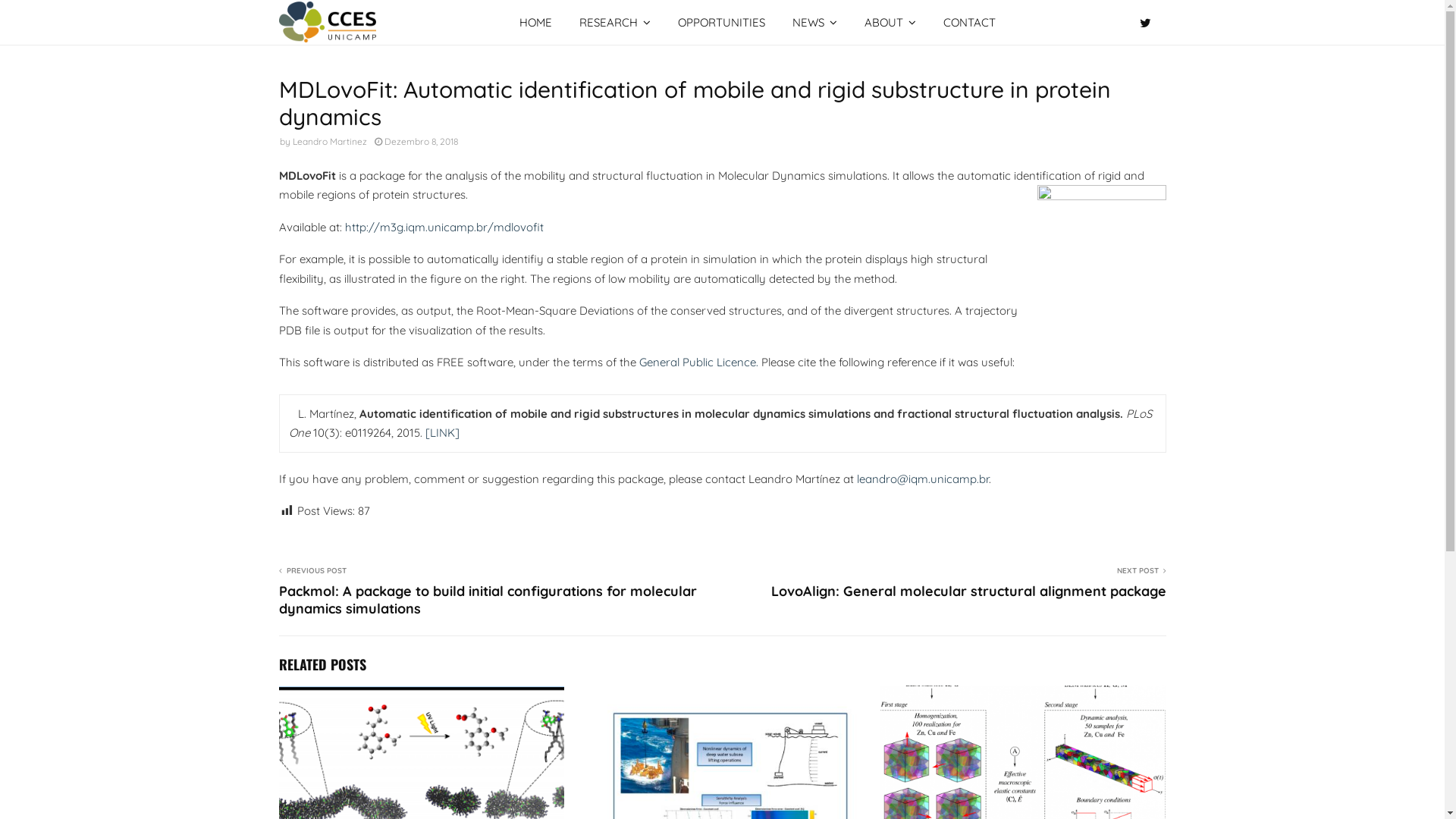 This screenshot has height=819, width=1456. What do you see at coordinates (928, 23) in the screenshot?
I see `'CONTACT'` at bounding box center [928, 23].